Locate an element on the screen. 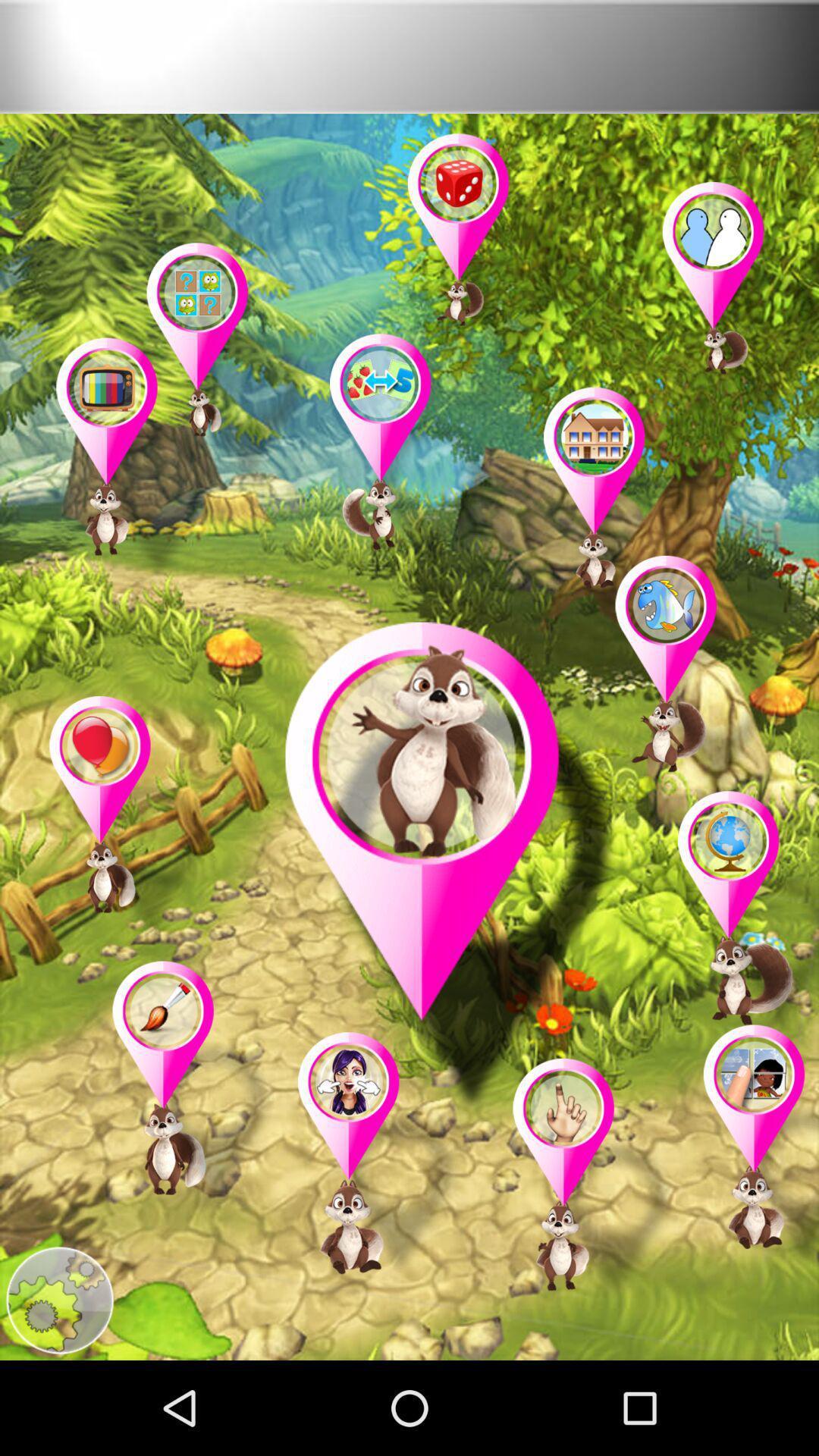 This screenshot has width=819, height=1456. it is game key is located at coordinates (626, 512).